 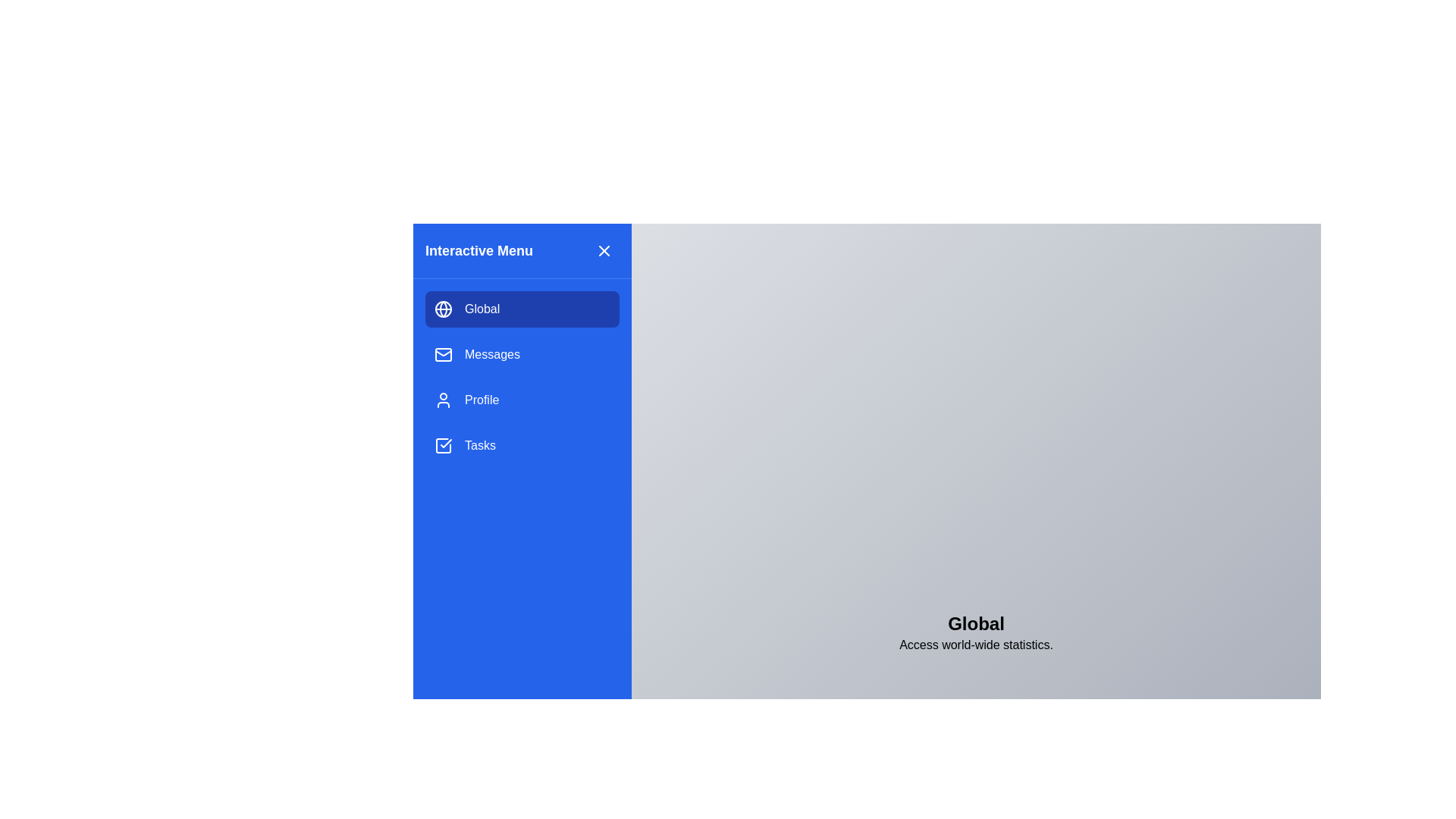 What do you see at coordinates (522, 444) in the screenshot?
I see `the 'Tasks' navigation link located in the vertical sidebar menu, positioned below 'Profile' and above further options` at bounding box center [522, 444].